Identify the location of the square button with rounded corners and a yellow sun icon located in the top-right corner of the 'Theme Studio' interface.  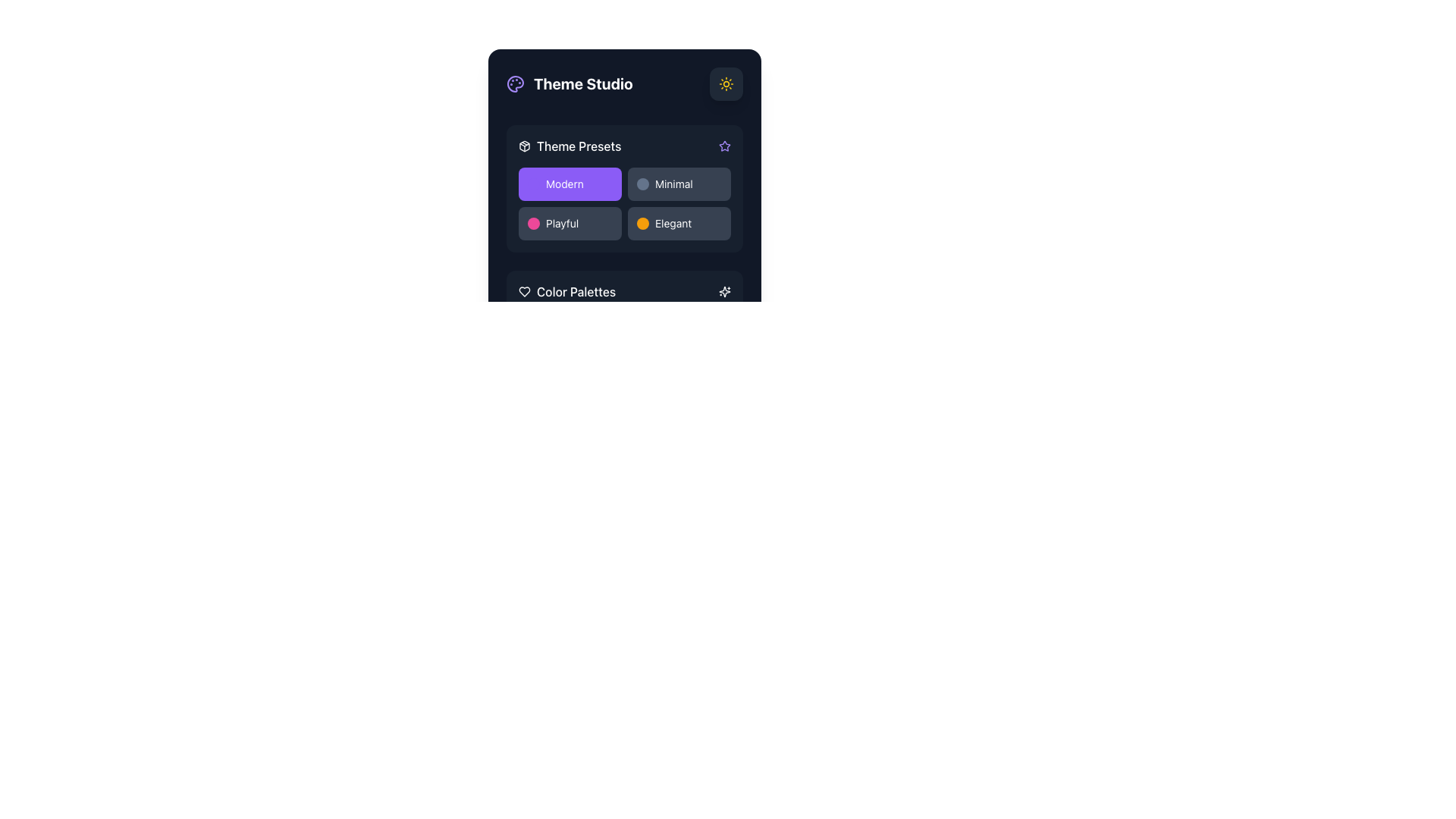
(726, 84).